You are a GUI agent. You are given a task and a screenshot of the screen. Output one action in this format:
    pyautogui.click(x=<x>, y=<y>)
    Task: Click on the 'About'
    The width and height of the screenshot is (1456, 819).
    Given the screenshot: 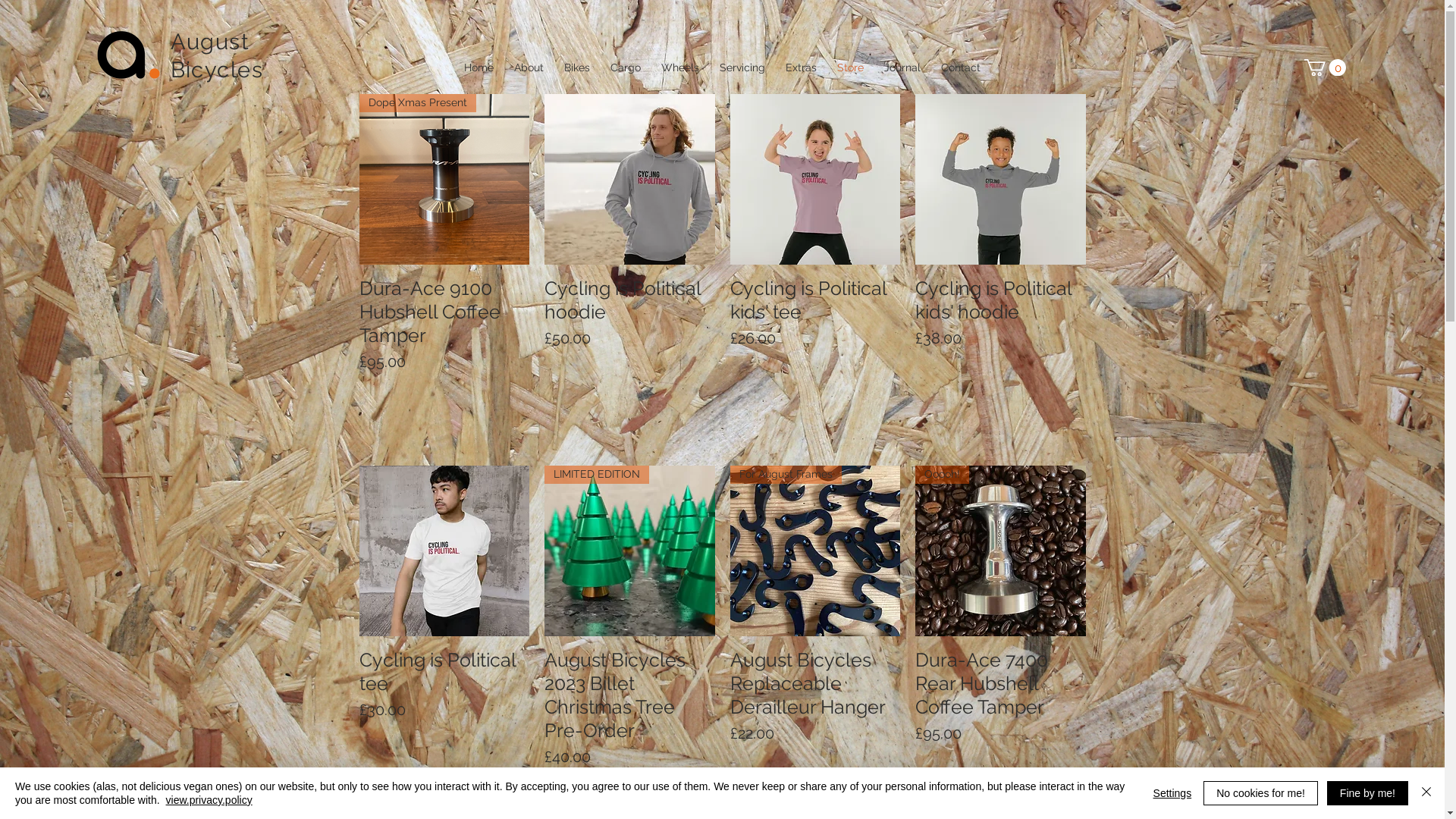 What is the action you would take?
    pyautogui.click(x=528, y=66)
    